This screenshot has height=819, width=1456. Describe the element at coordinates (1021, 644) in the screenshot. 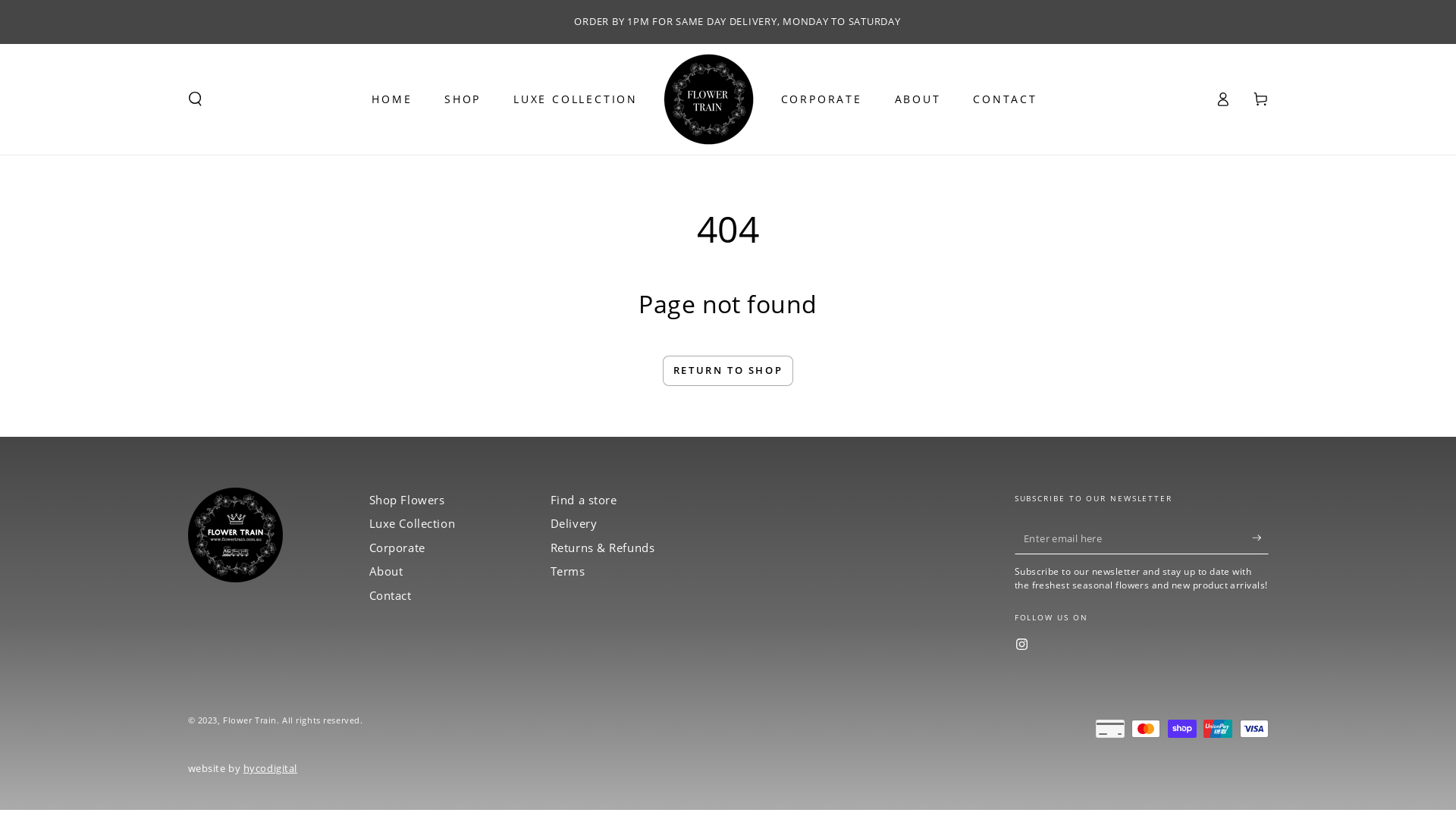

I see `'Instagram'` at that location.